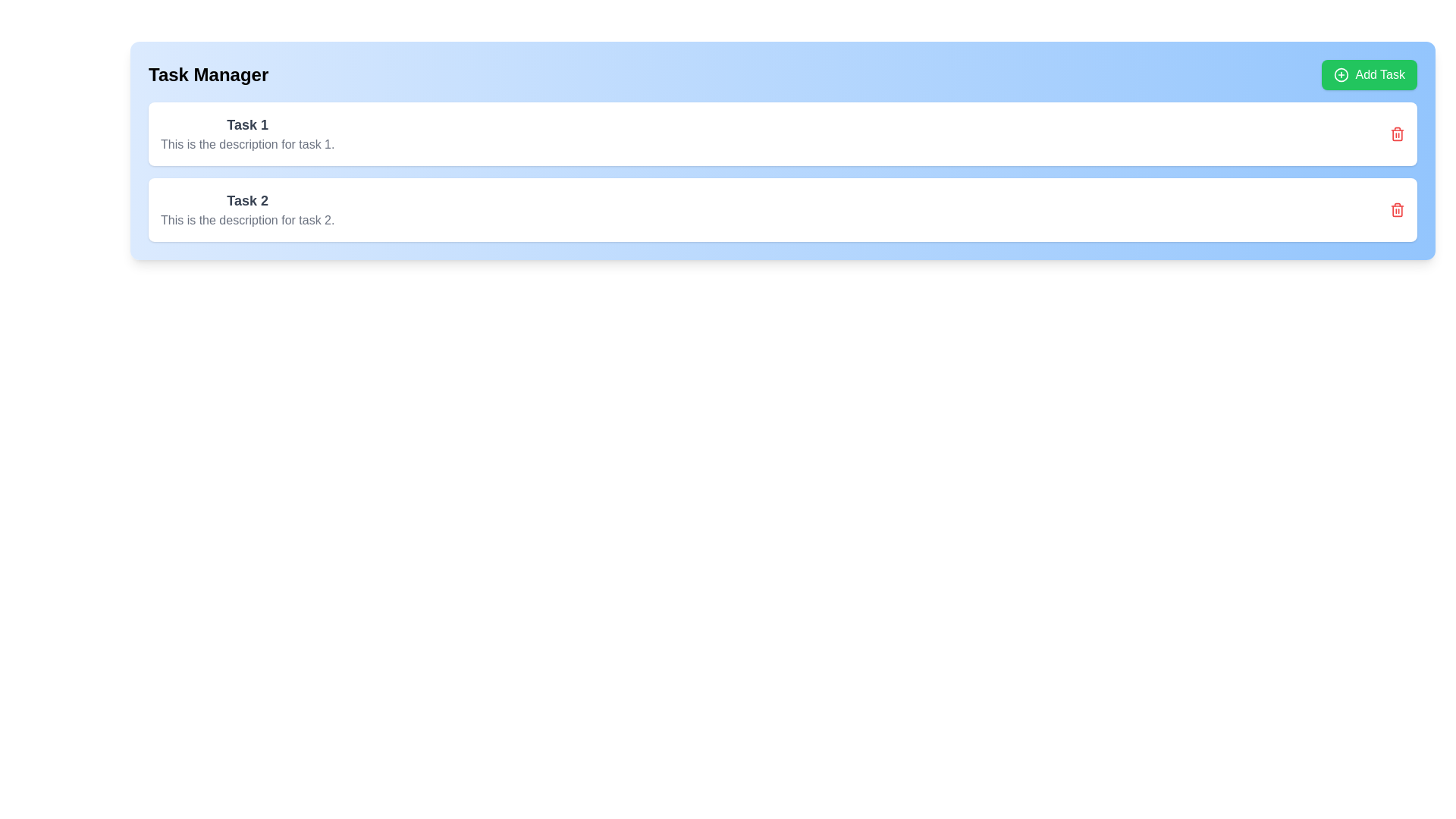 This screenshot has width=1456, height=819. I want to click on the delete icon button located at the far right of the task item's description area to activate the delete function, so click(1397, 133).